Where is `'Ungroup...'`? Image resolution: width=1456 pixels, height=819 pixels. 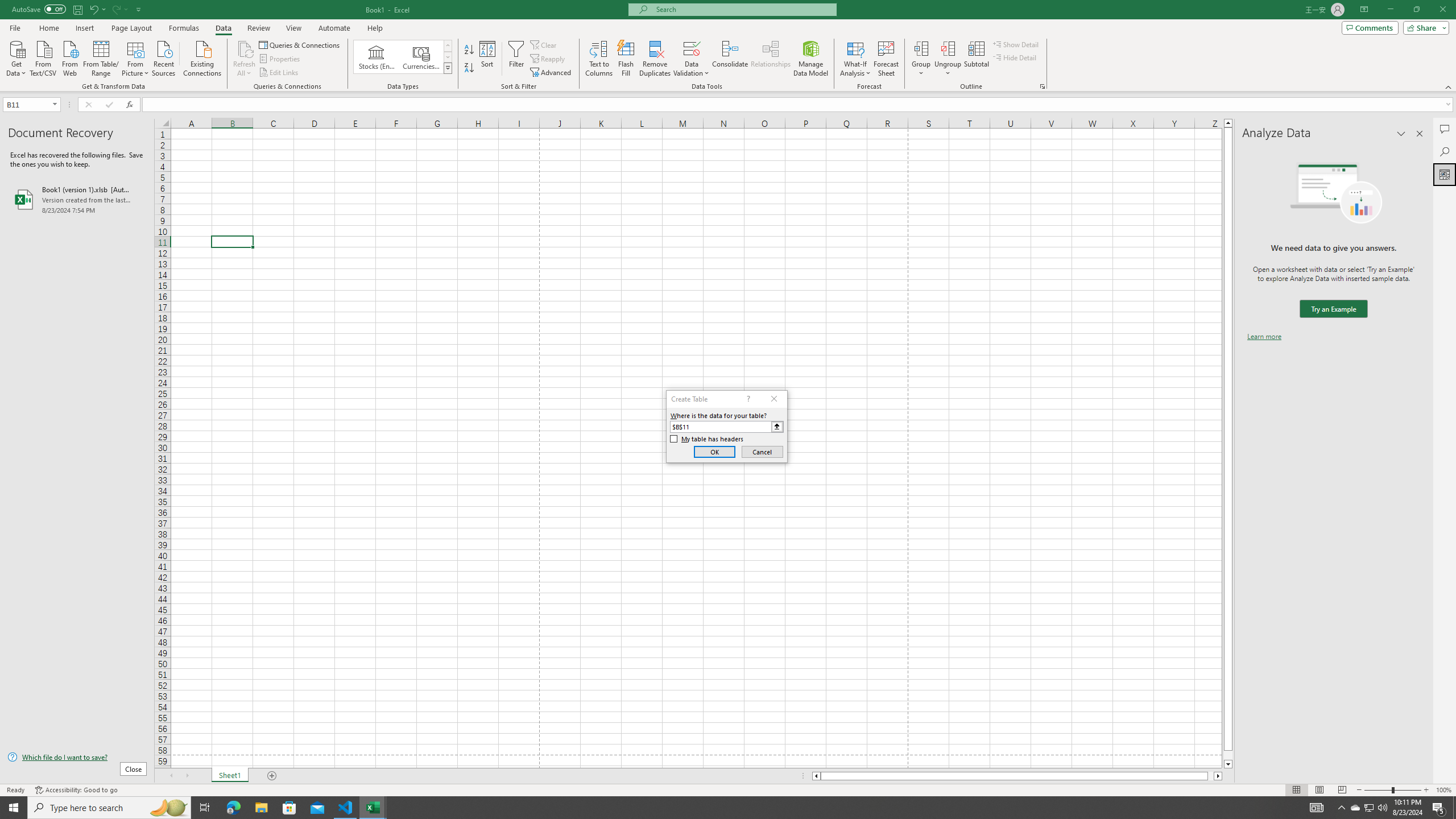
'Ungroup...' is located at coordinates (948, 59).